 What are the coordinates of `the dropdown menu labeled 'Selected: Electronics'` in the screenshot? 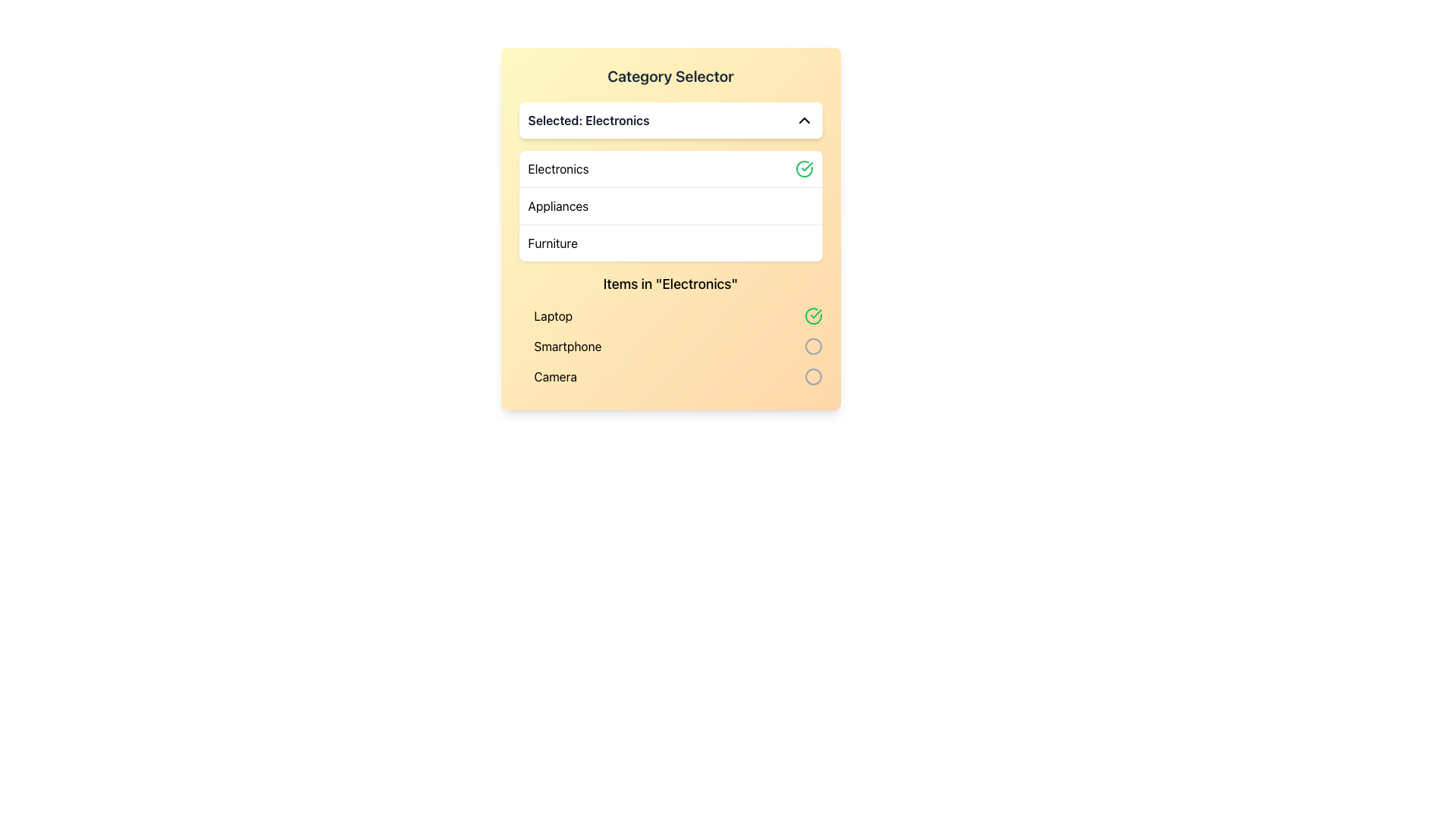 It's located at (670, 246).